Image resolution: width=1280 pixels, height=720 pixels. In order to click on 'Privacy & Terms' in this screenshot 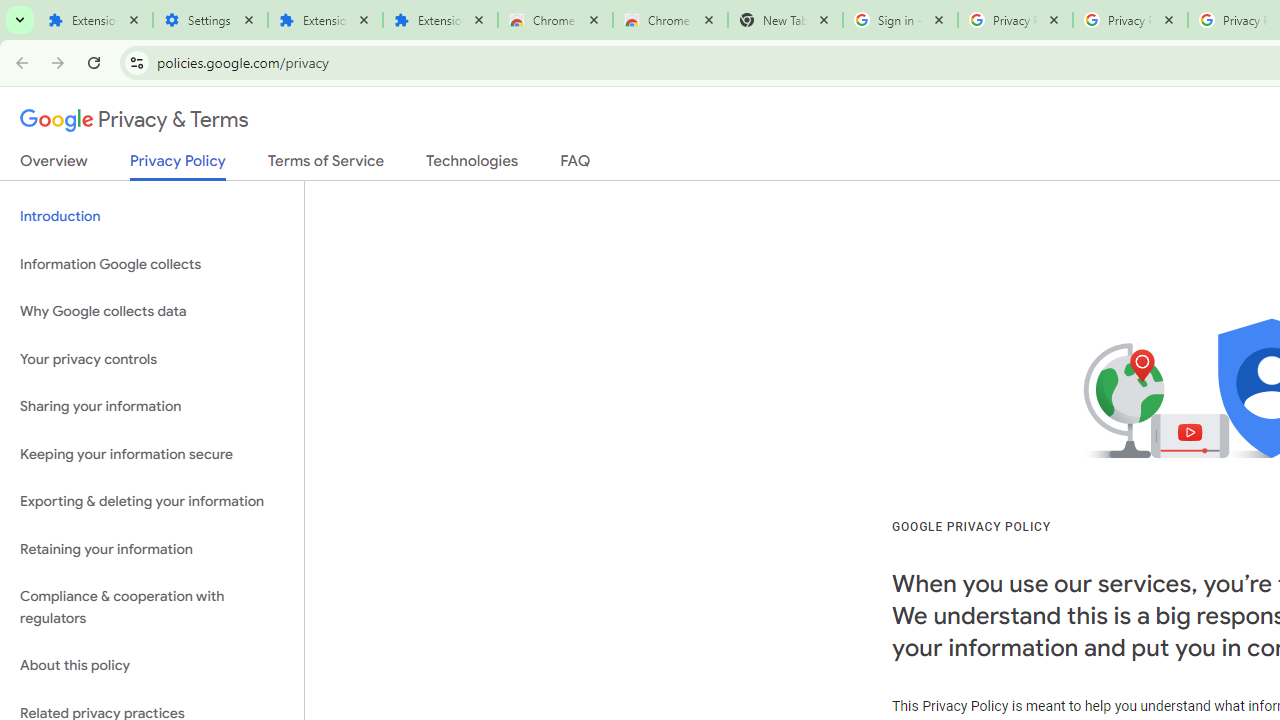, I will do `click(134, 120)`.